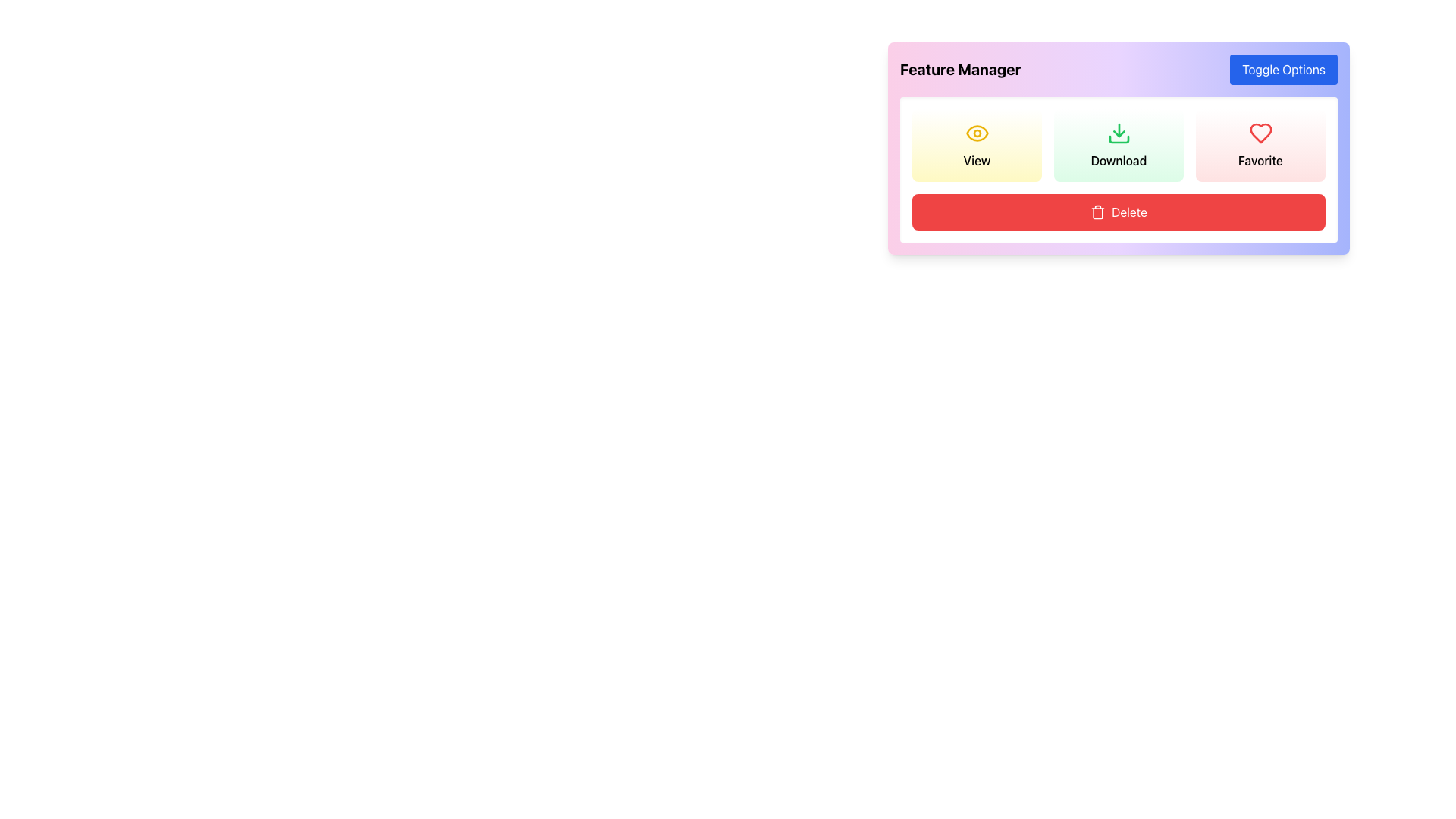 This screenshot has width=1456, height=819. Describe the element at coordinates (1119, 146) in the screenshot. I see `the 'Download' button located in the second column of the grid, positioned above the 'Delete' button` at that location.